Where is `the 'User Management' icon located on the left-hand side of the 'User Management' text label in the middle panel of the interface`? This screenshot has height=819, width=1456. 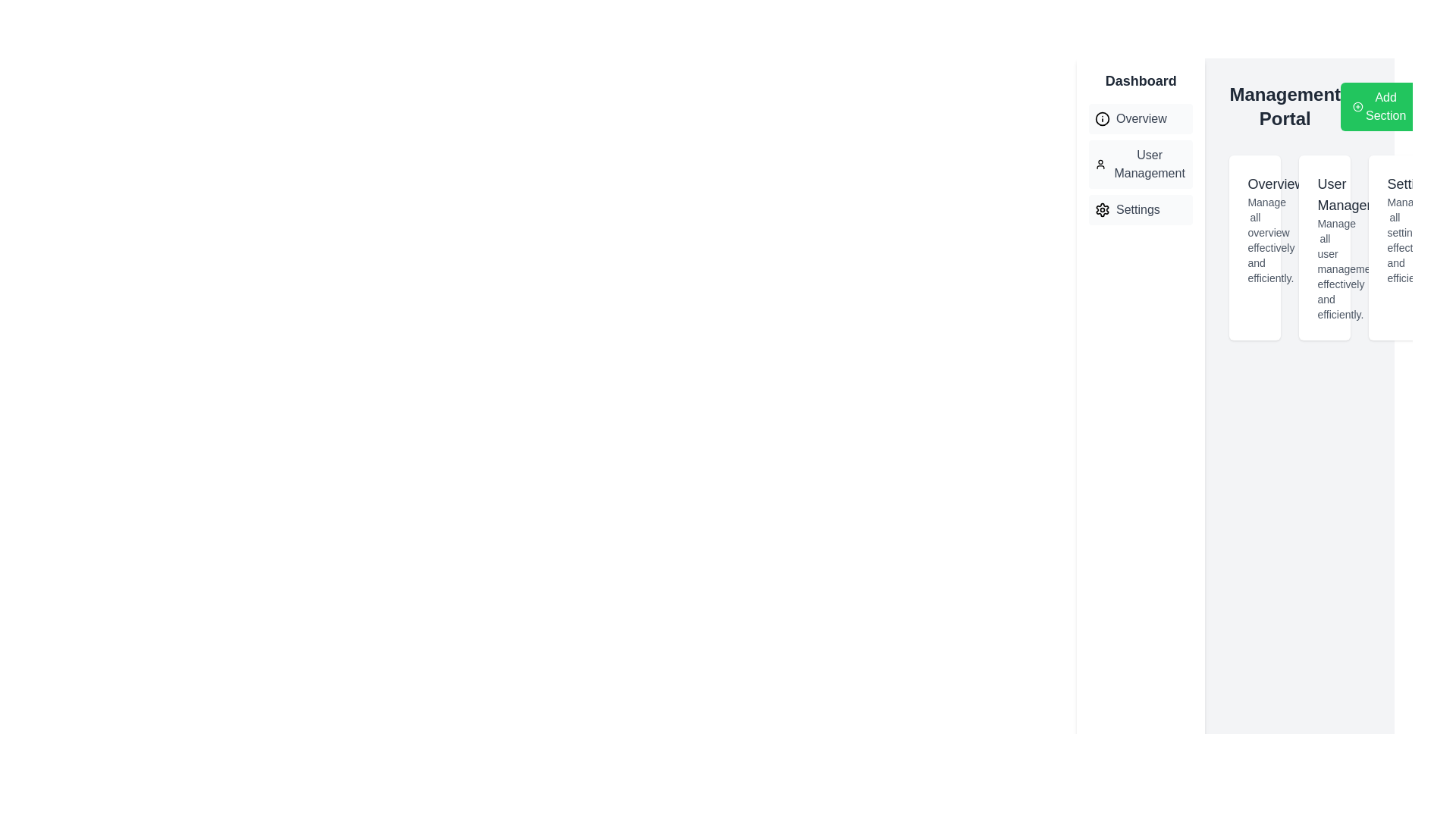 the 'User Management' icon located on the left-hand side of the 'User Management' text label in the middle panel of the interface is located at coordinates (1100, 164).